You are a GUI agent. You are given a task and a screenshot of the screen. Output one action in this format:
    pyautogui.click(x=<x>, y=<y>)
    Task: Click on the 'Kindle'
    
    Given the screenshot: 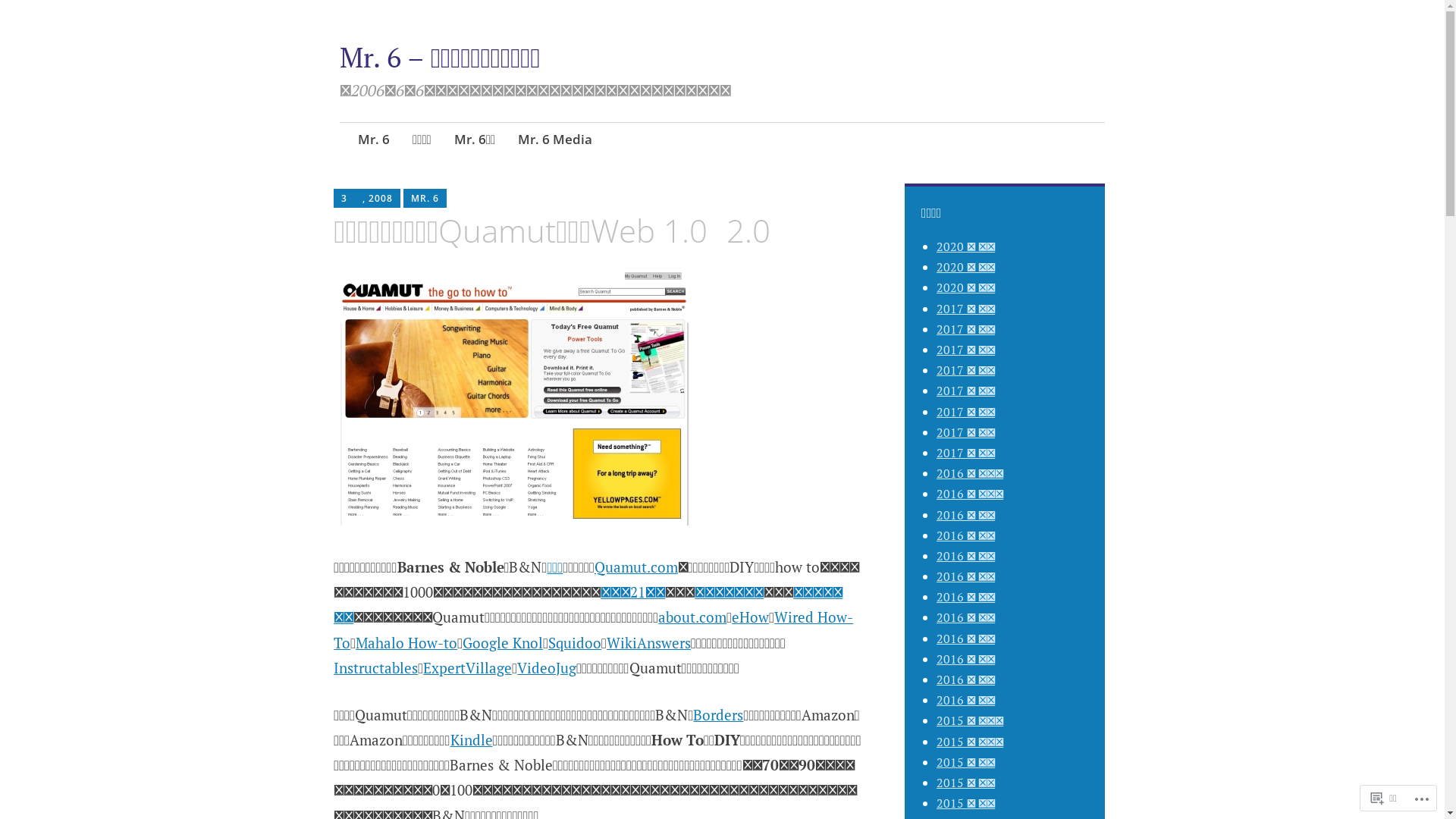 What is the action you would take?
    pyautogui.click(x=471, y=739)
    